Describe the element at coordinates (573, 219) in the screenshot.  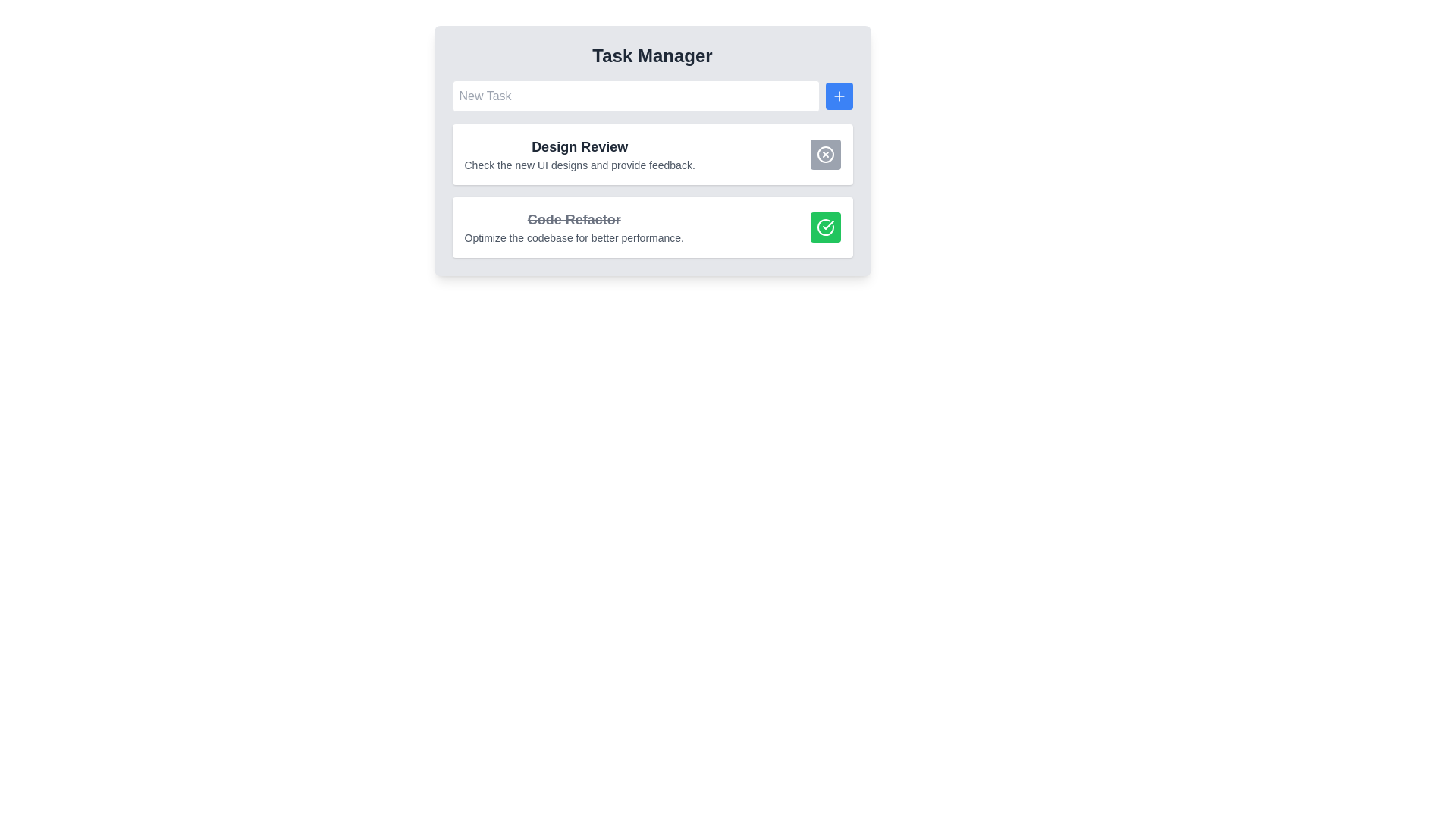
I see `the static text element that represents a completed task title, located below the 'Design Review' task entry and above the explanatory text 'Optimize the codebase for better performance.'` at that location.